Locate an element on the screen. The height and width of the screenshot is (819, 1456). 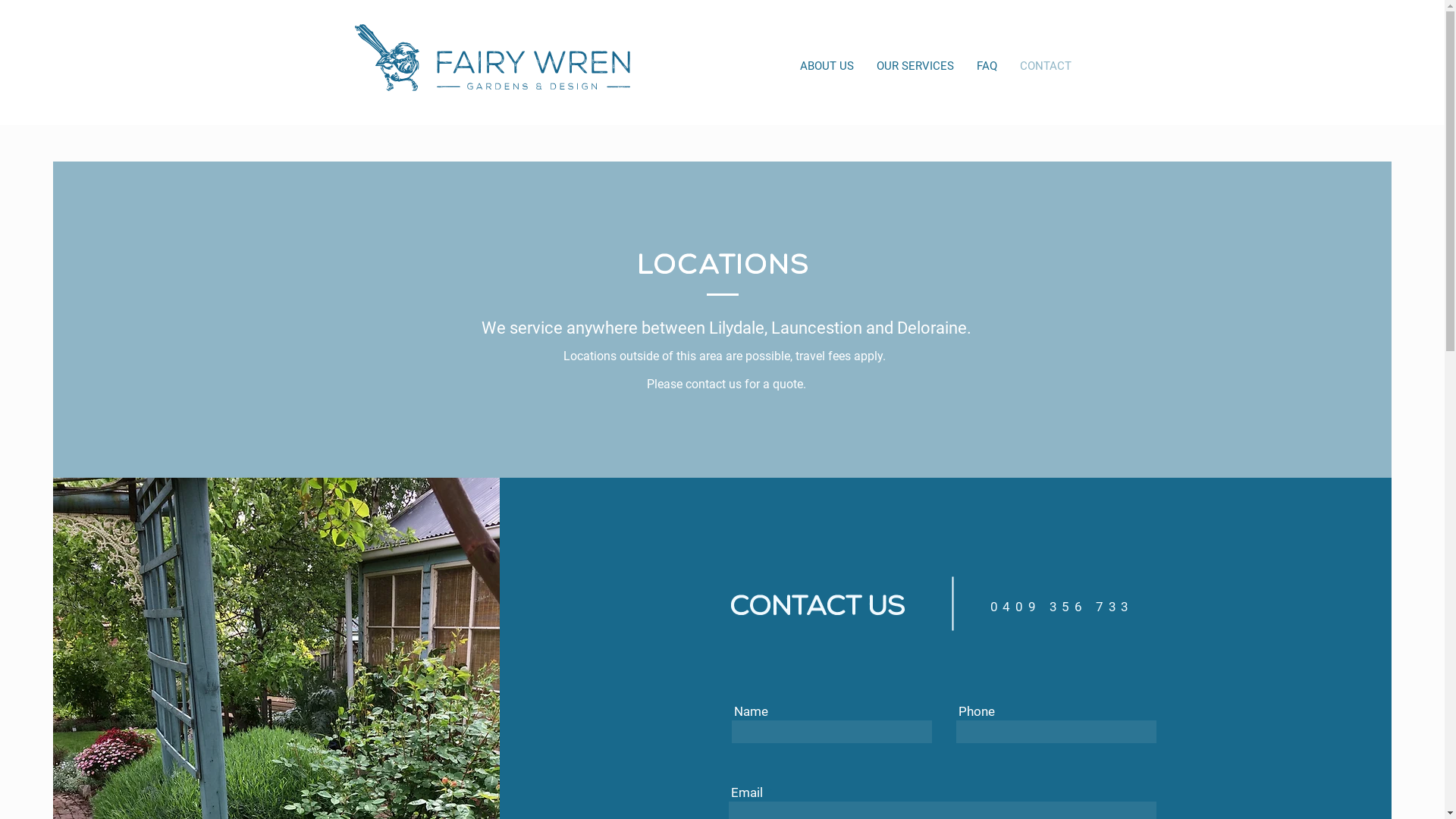
'ABOUT US' is located at coordinates (826, 65).